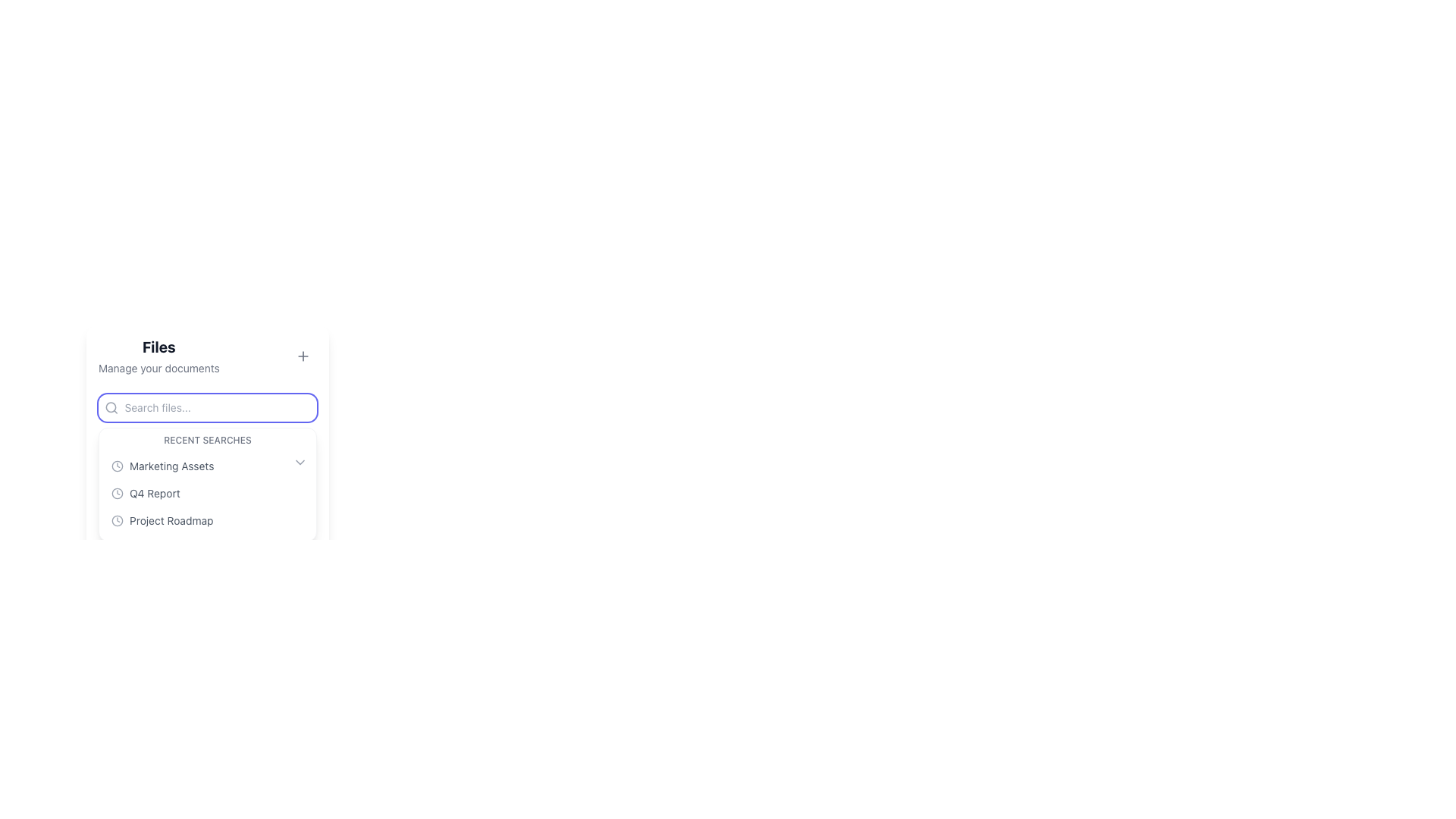 This screenshot has width=1456, height=819. I want to click on the List Item labeled 'Q4 Report' in the dropdown menu under the 'RECENT SEARCHES' section, so click(206, 494).